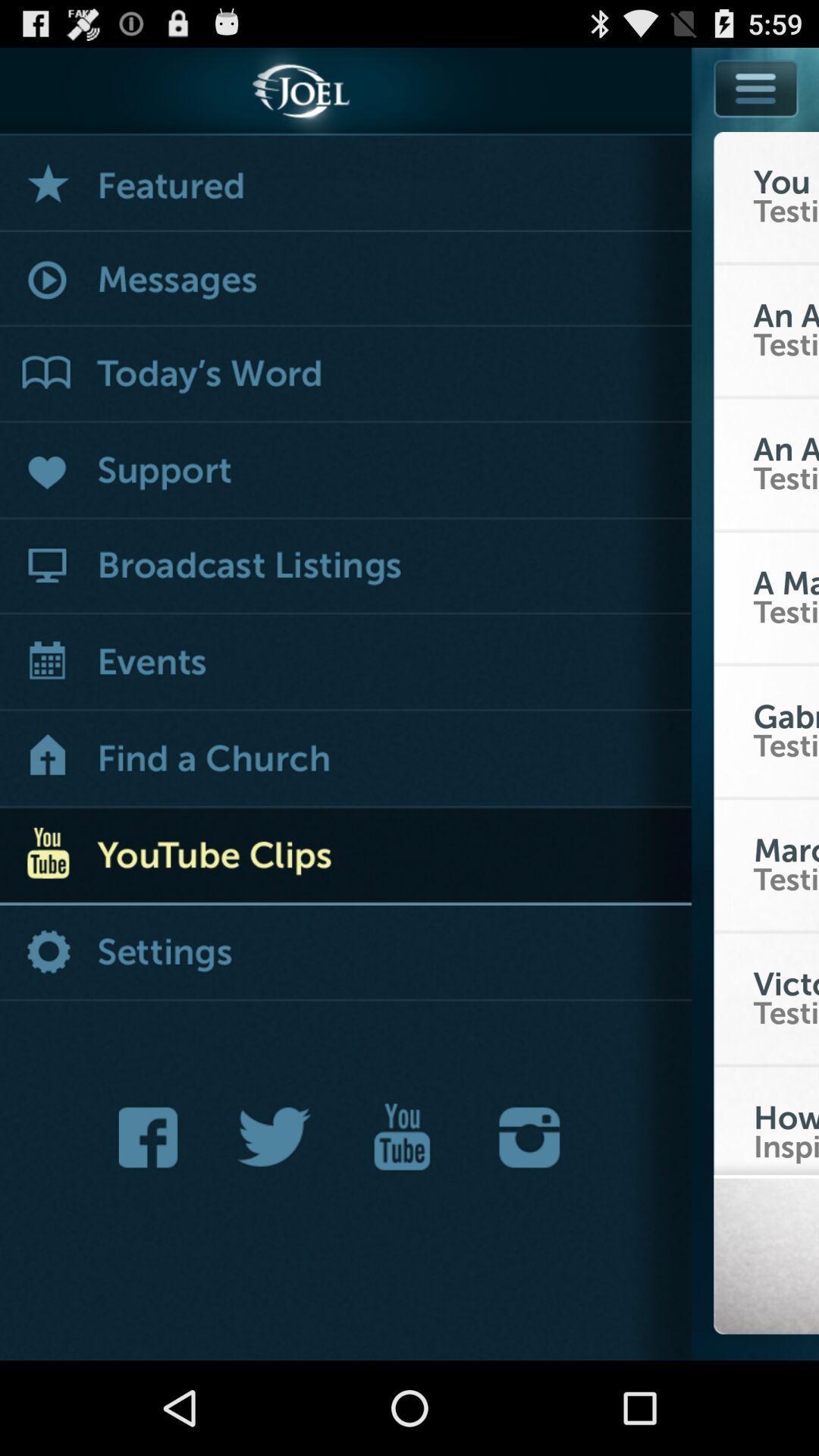  Describe the element at coordinates (345, 375) in the screenshot. I see `the word list` at that location.